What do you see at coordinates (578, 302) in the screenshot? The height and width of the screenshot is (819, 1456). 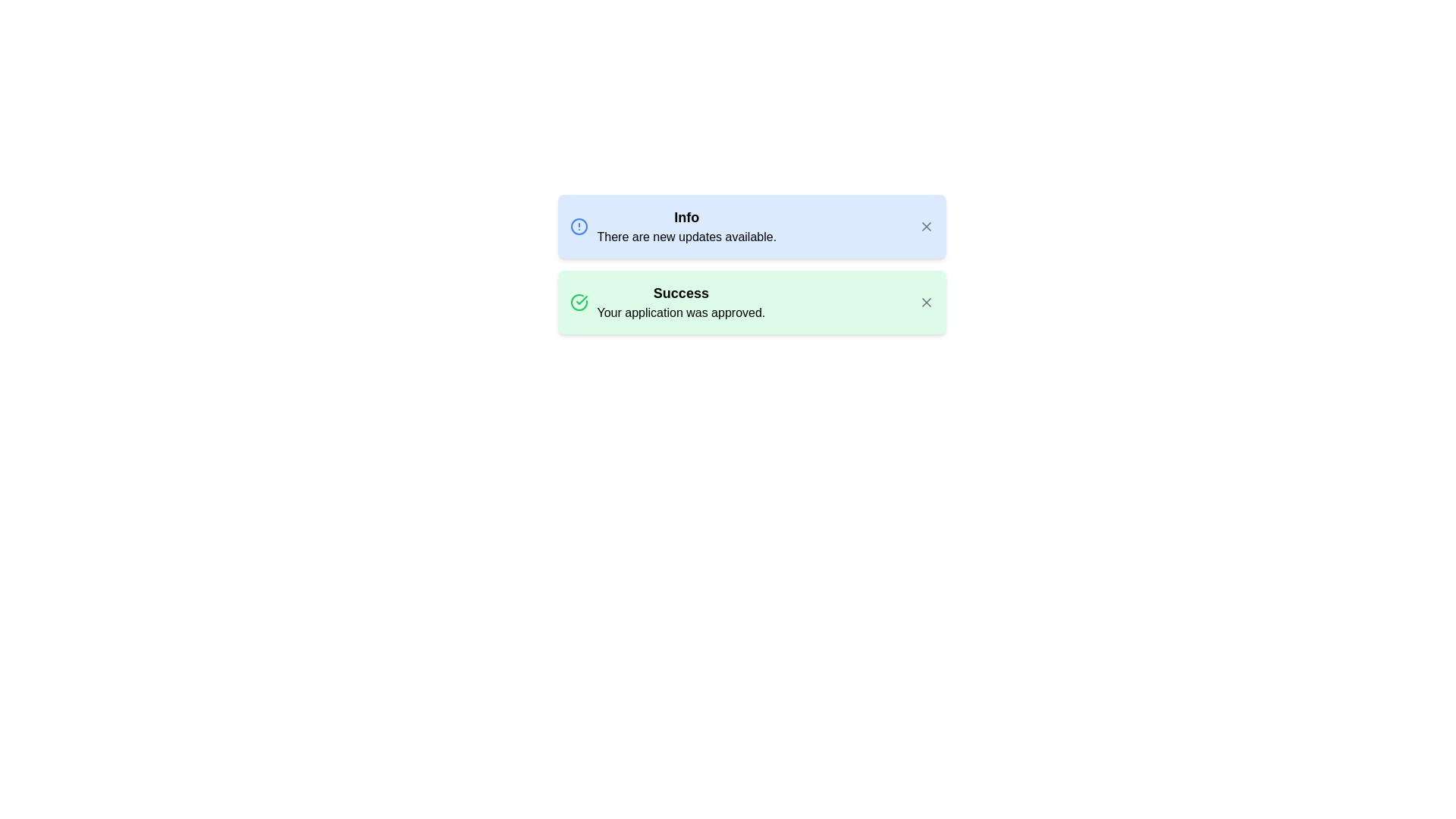 I see `the success icon located in the top-left corner of the notification box, which has a green background and is adjacent to the text 'Success Your application was approved.'` at bounding box center [578, 302].